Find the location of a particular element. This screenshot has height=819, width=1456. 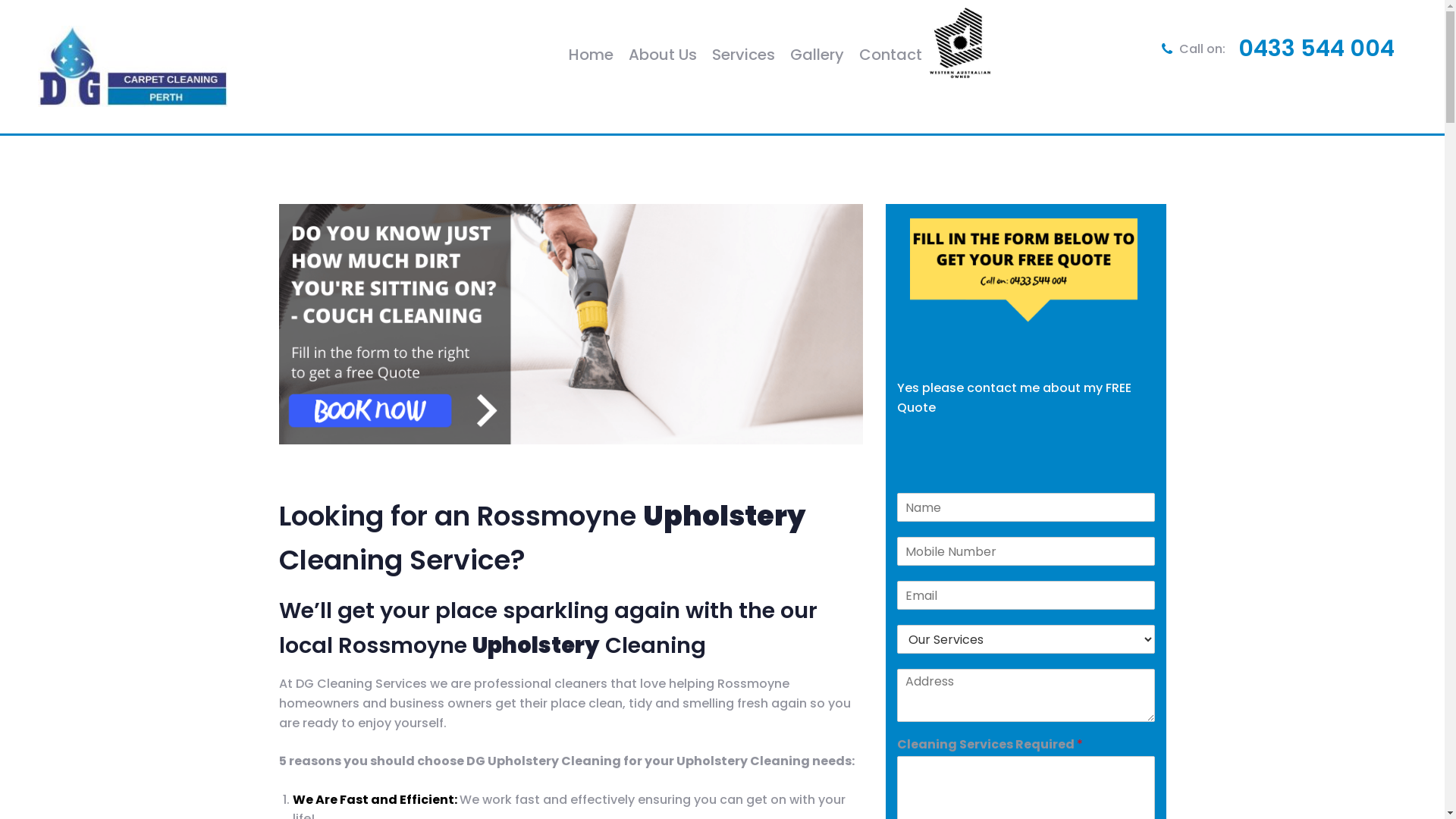

'About Us' is located at coordinates (662, 54).